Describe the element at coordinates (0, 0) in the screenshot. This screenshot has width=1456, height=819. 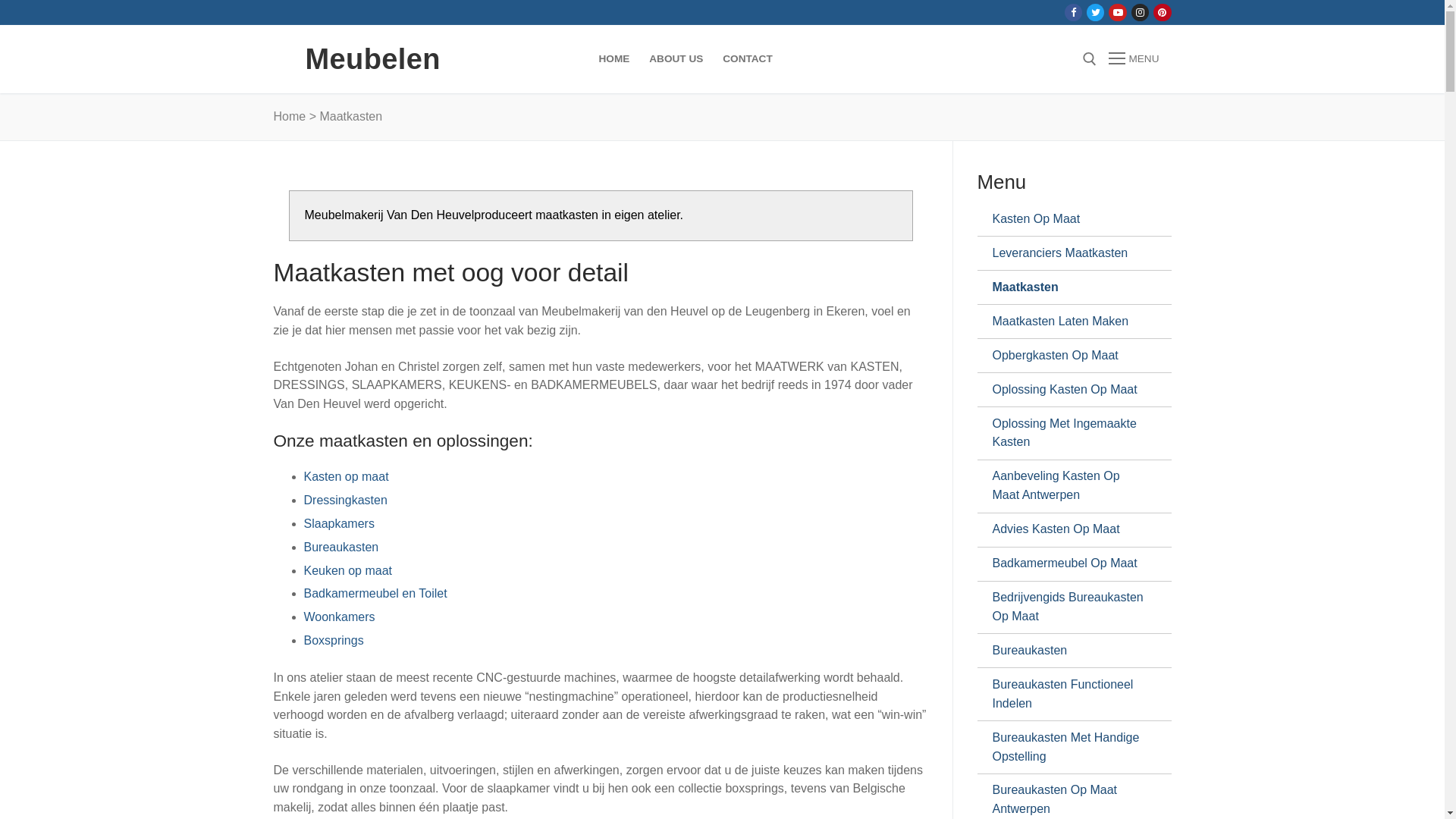
I see `'Spring naar de inhoud'` at that location.